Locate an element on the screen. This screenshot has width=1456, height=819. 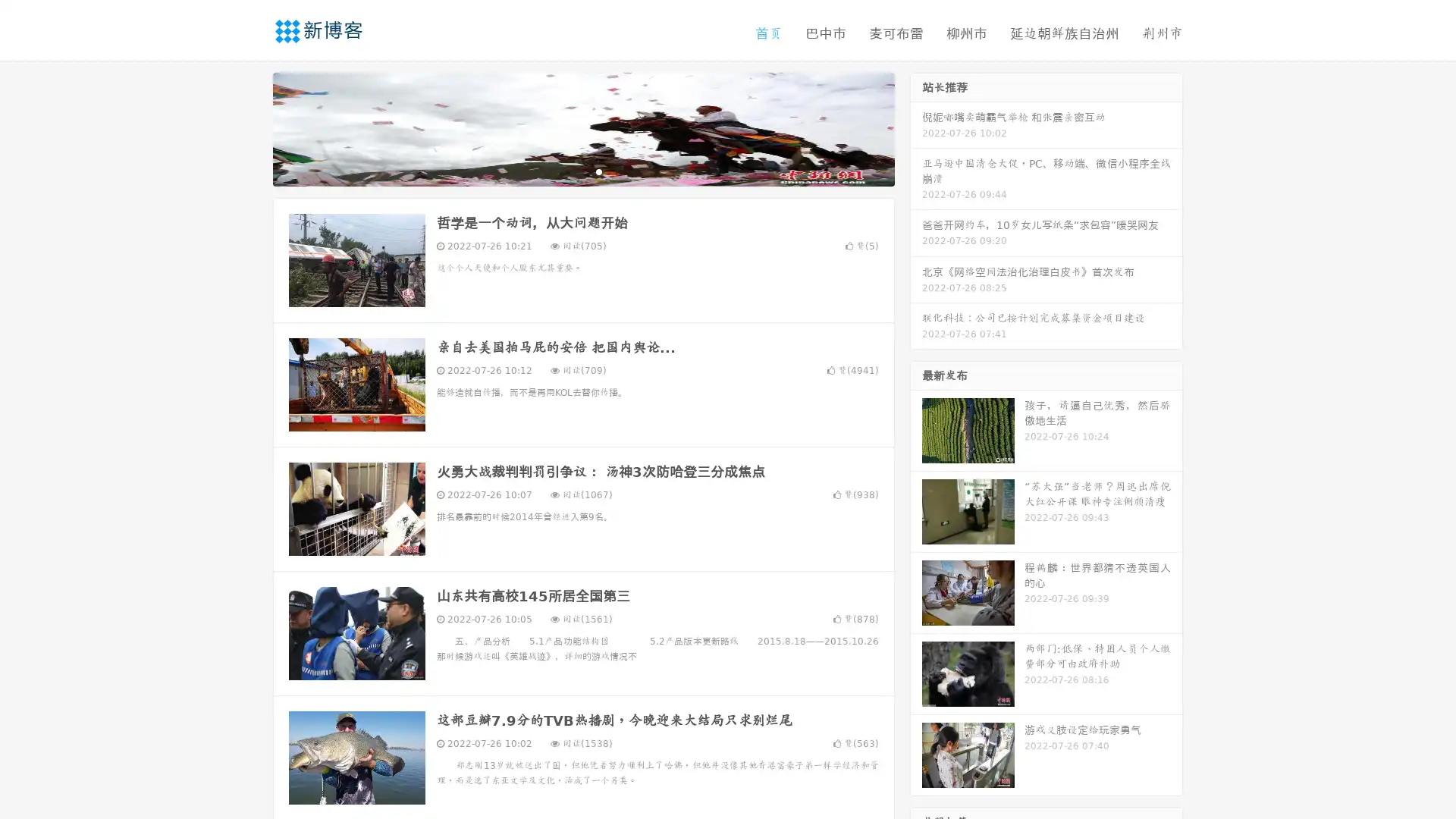
Next slide is located at coordinates (916, 127).